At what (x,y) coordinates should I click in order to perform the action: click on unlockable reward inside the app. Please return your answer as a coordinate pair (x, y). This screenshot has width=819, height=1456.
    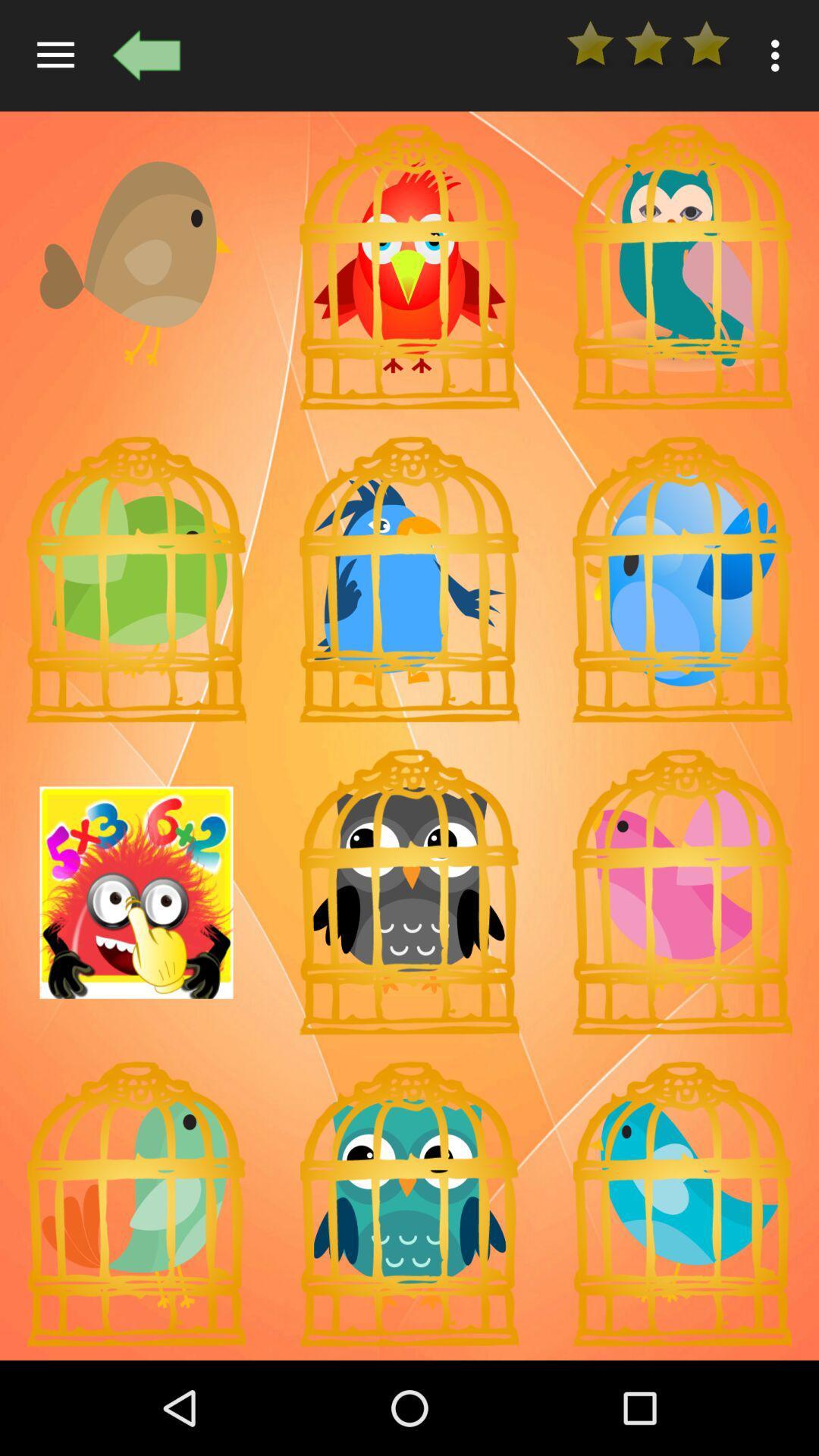
    Looking at the image, I should click on (681, 893).